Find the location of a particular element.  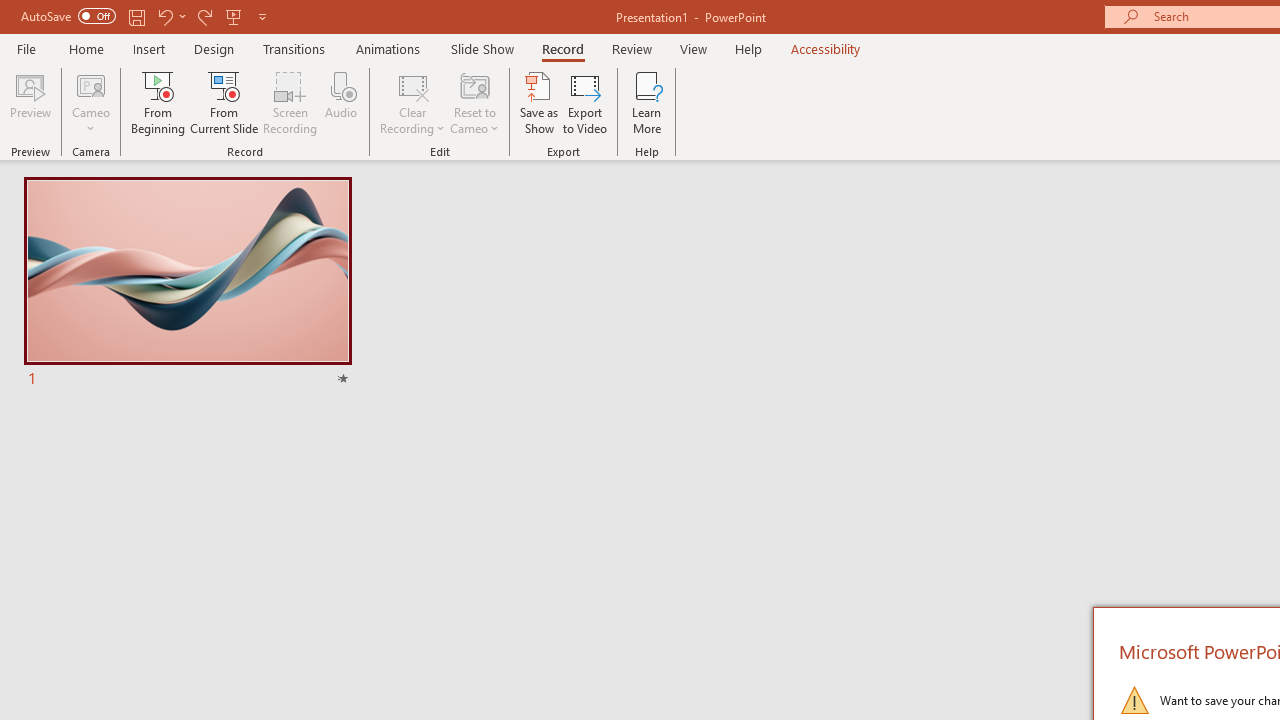

'Learn More' is located at coordinates (647, 103).